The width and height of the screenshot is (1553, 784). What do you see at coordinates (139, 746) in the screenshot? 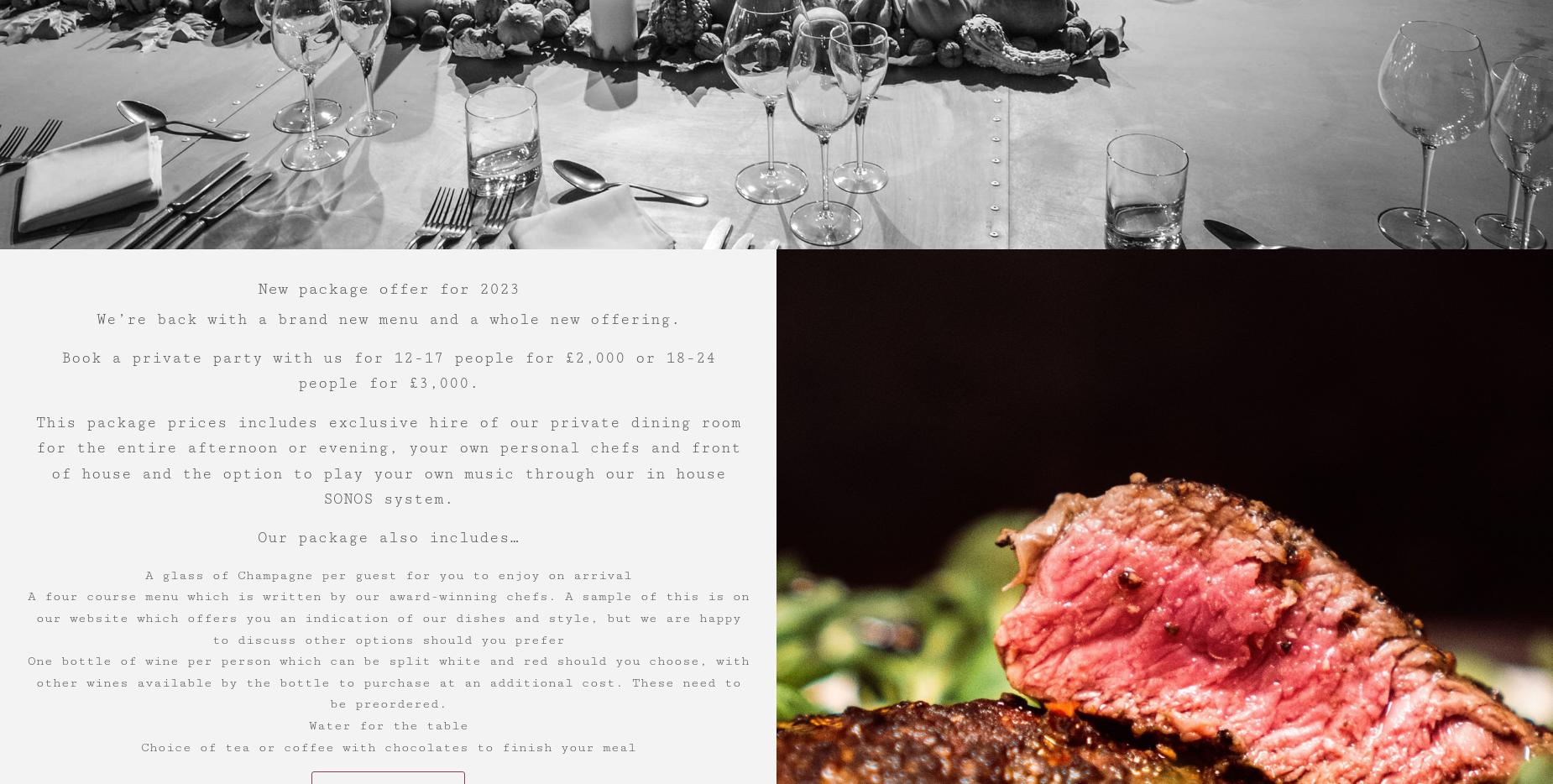
I see `'Choice of tea or coffee with chocolates to finish your meal'` at bounding box center [139, 746].